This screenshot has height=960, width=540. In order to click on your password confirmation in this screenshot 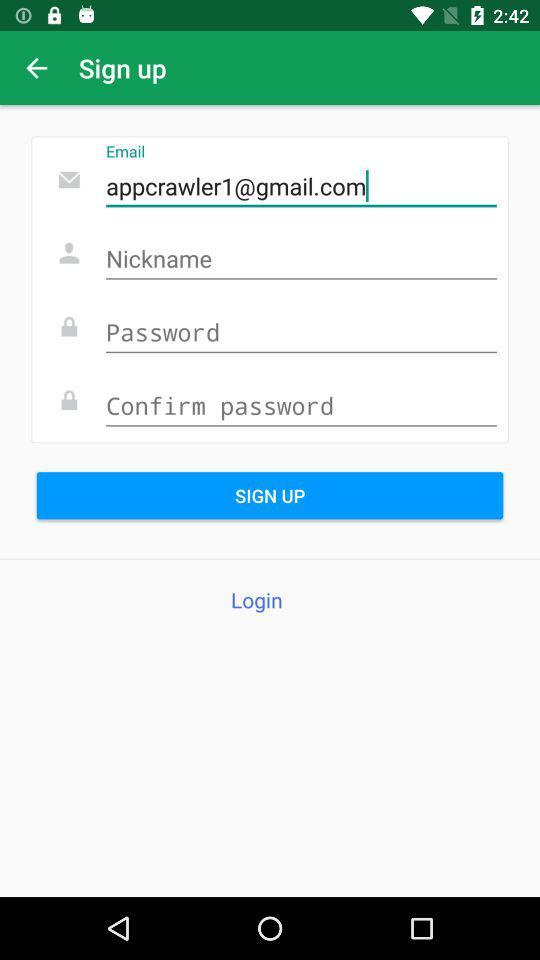, I will do `click(300, 406)`.